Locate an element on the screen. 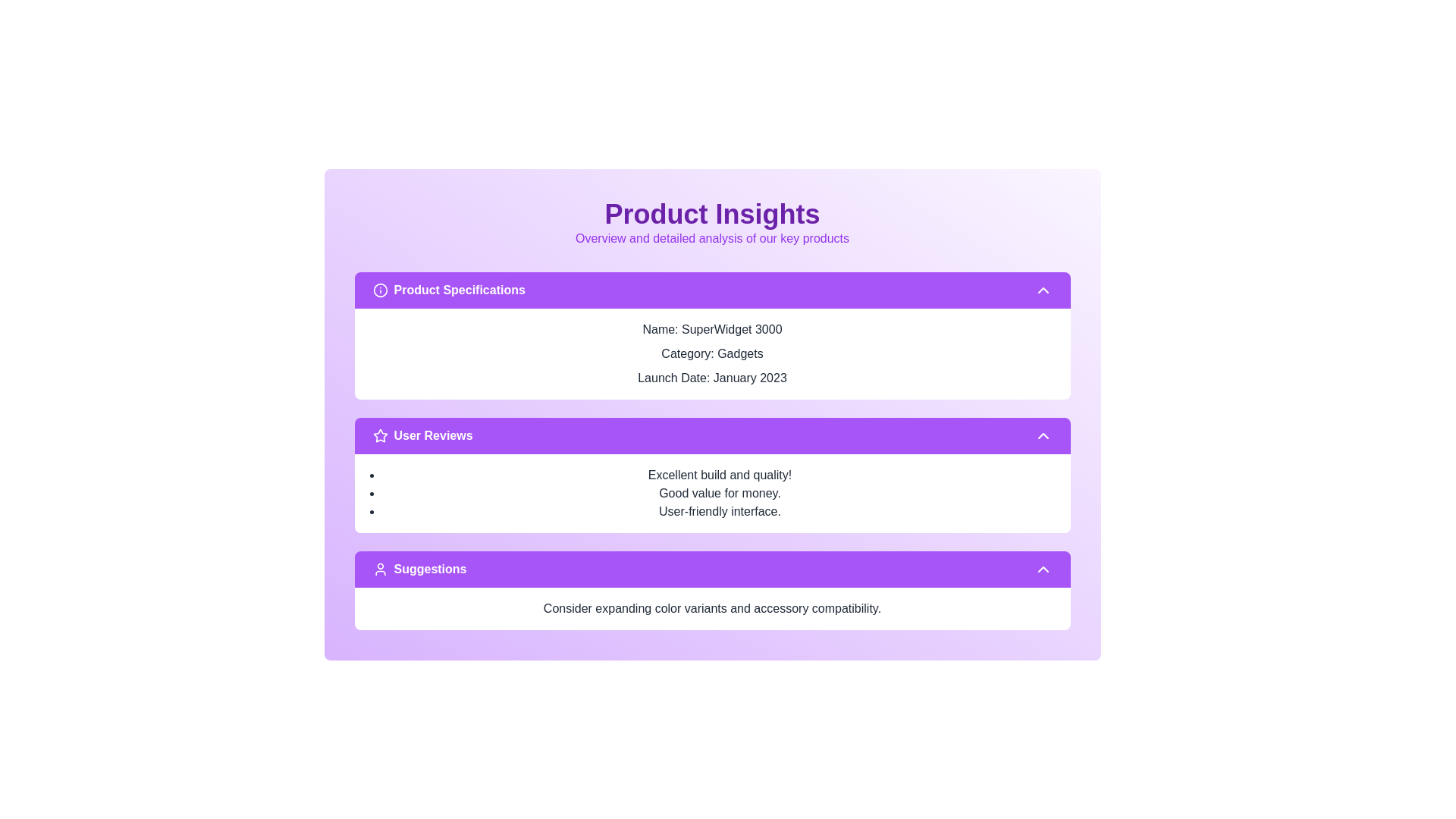  the star-shaped icon with a purple background located next to the 'User Reviews' heading is located at coordinates (380, 435).